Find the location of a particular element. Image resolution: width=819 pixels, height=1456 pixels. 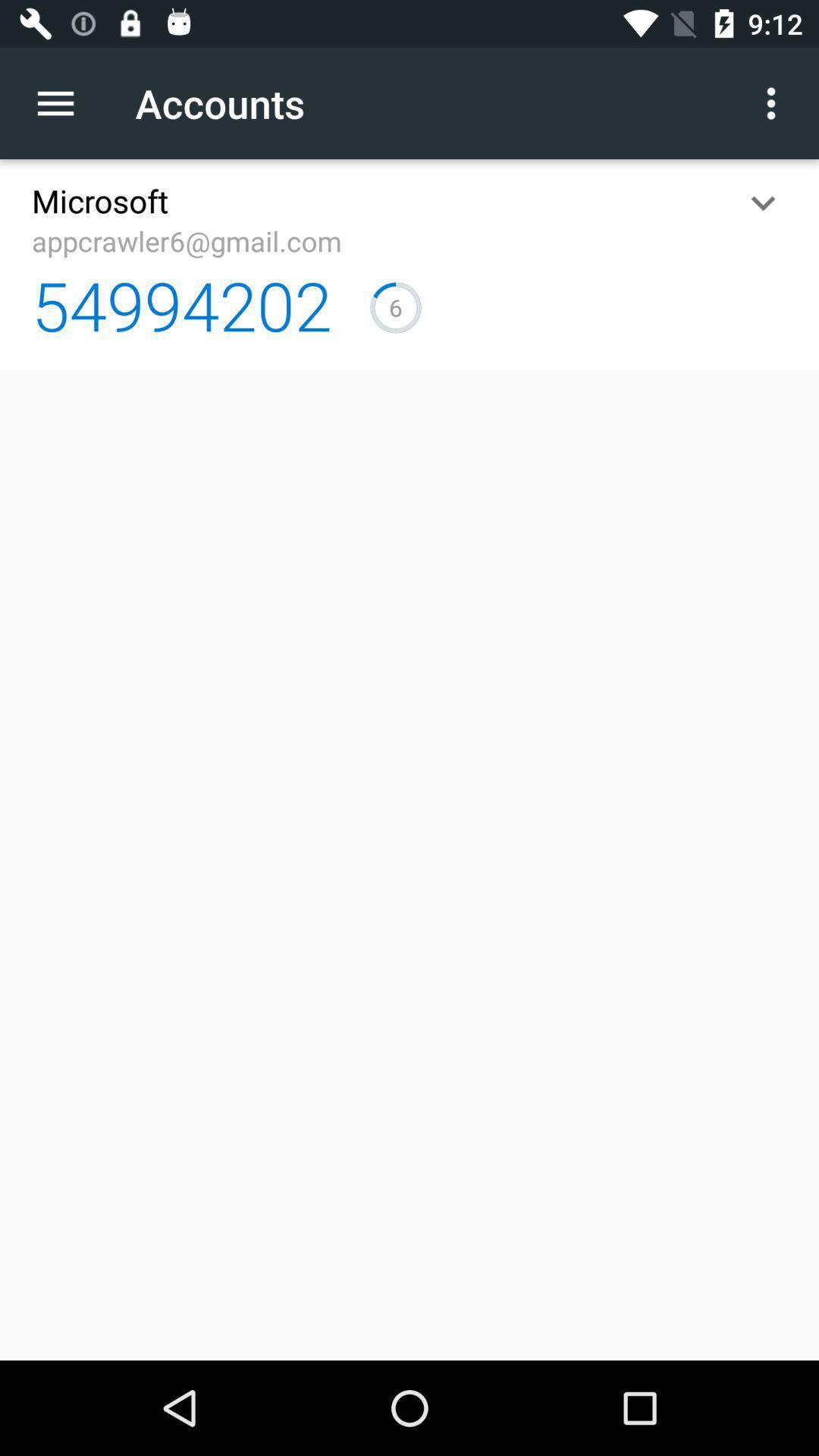

the item above microsoft icon is located at coordinates (63, 102).